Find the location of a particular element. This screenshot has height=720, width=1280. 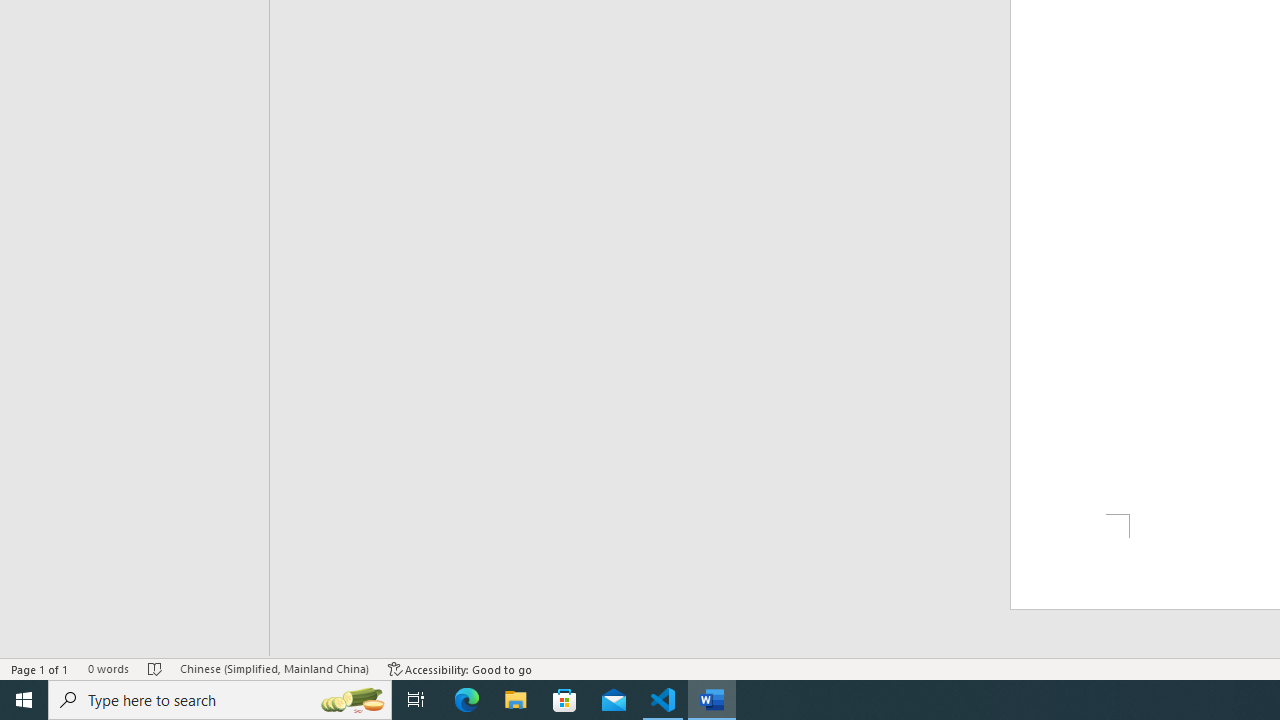

'Spelling and Grammar Check No Errors' is located at coordinates (154, 669).